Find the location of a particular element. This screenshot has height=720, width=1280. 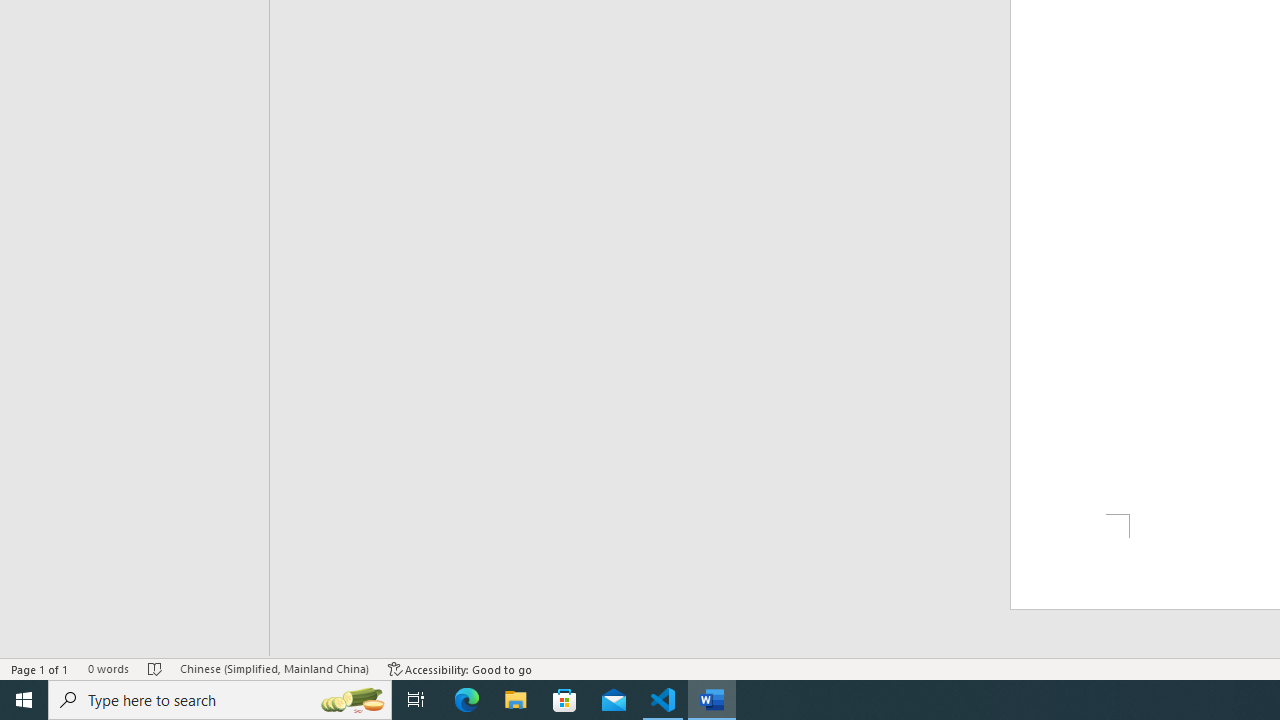

'Spelling and Grammar Check No Errors' is located at coordinates (154, 669).